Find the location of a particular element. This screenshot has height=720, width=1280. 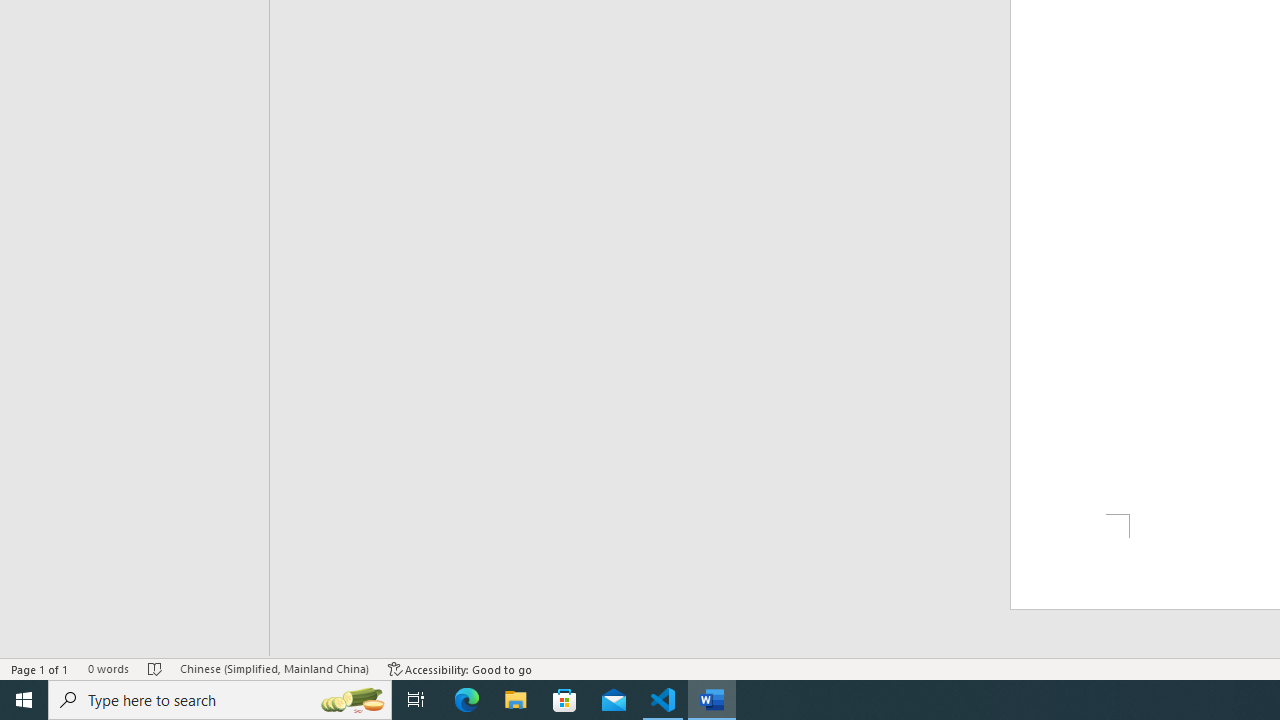

'Spelling and Grammar Check No Errors' is located at coordinates (154, 669).